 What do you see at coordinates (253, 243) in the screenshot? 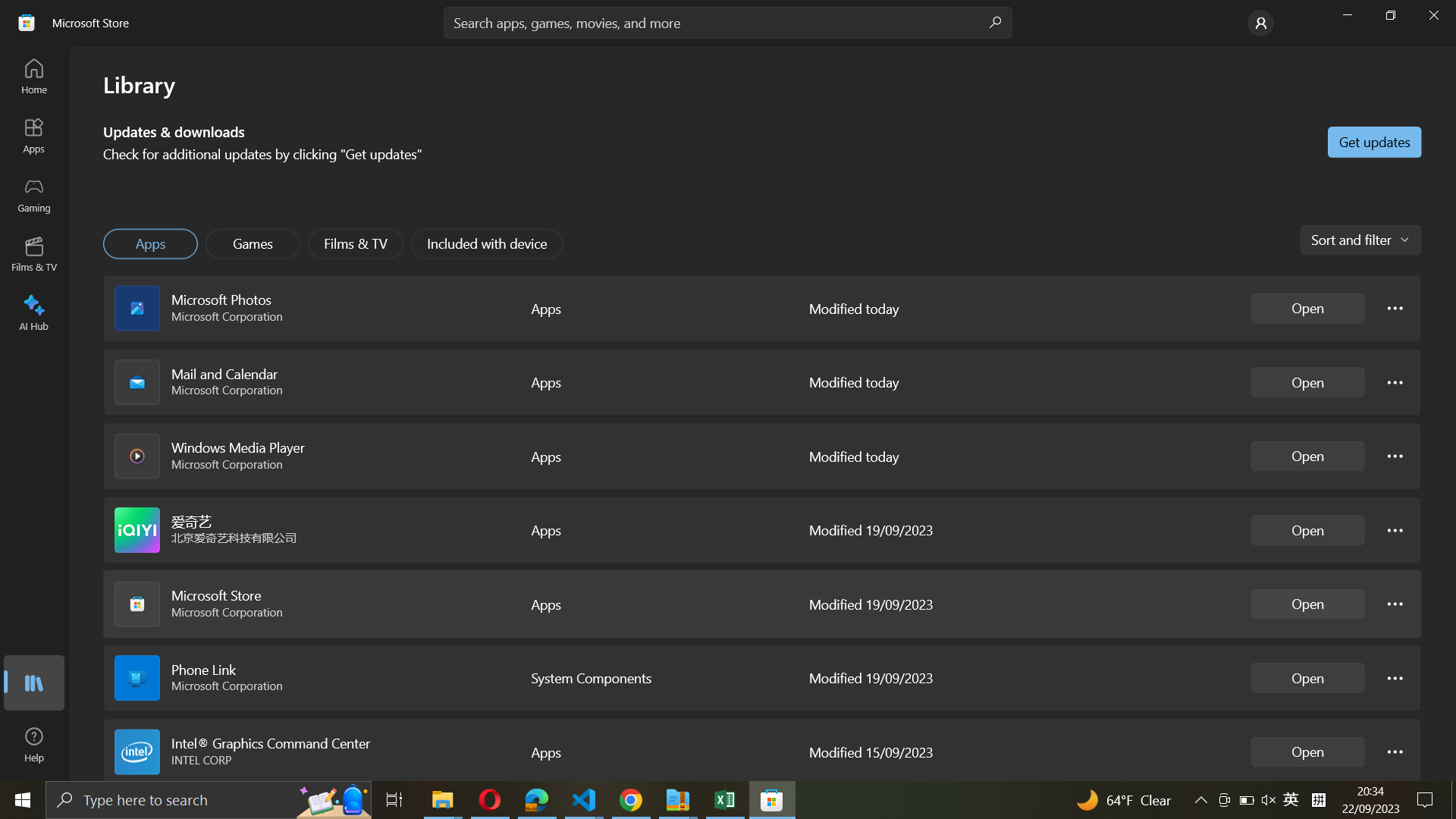
I see `Games` at bounding box center [253, 243].